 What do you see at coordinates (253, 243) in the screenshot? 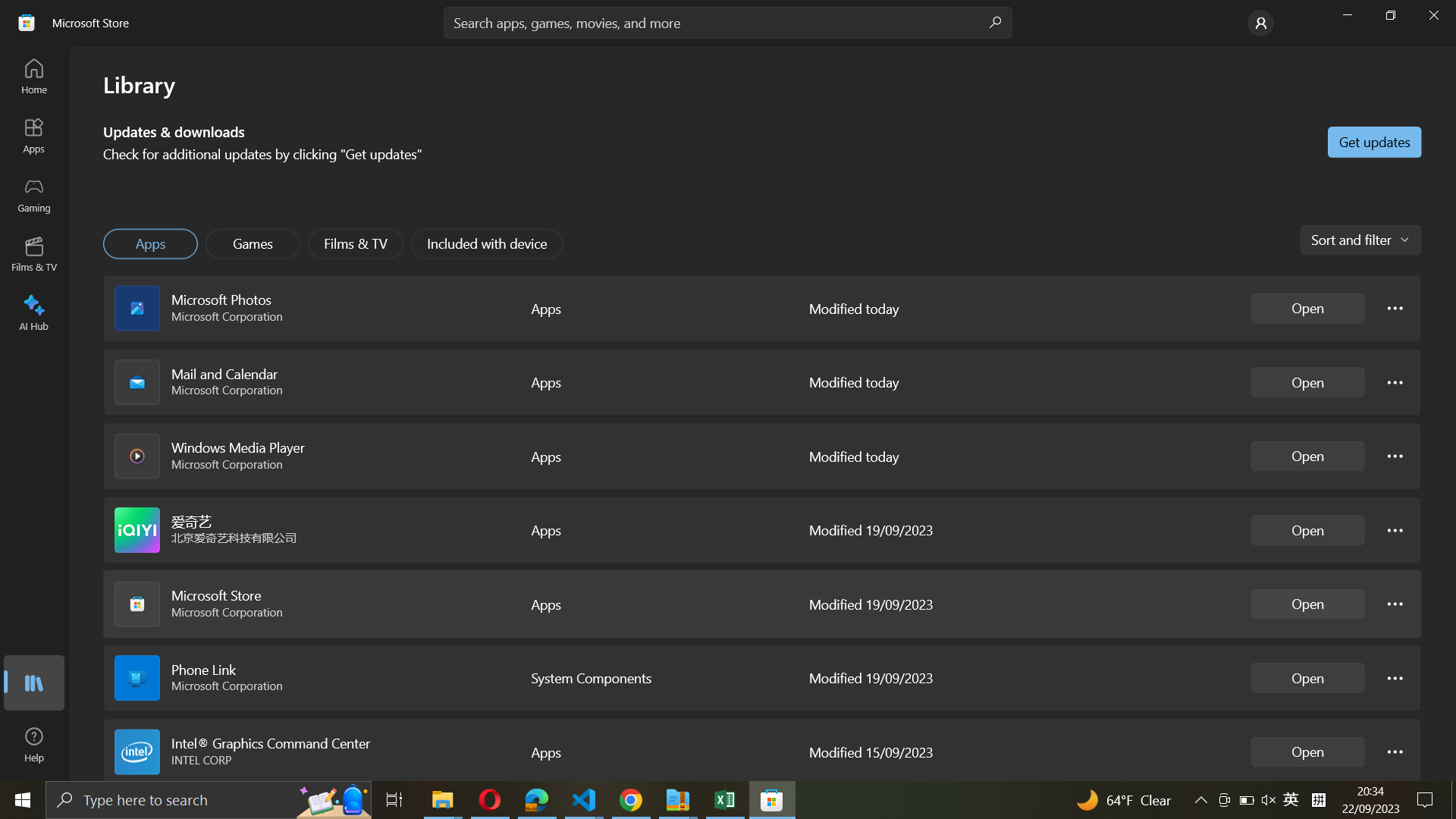
I see `Games` at bounding box center [253, 243].